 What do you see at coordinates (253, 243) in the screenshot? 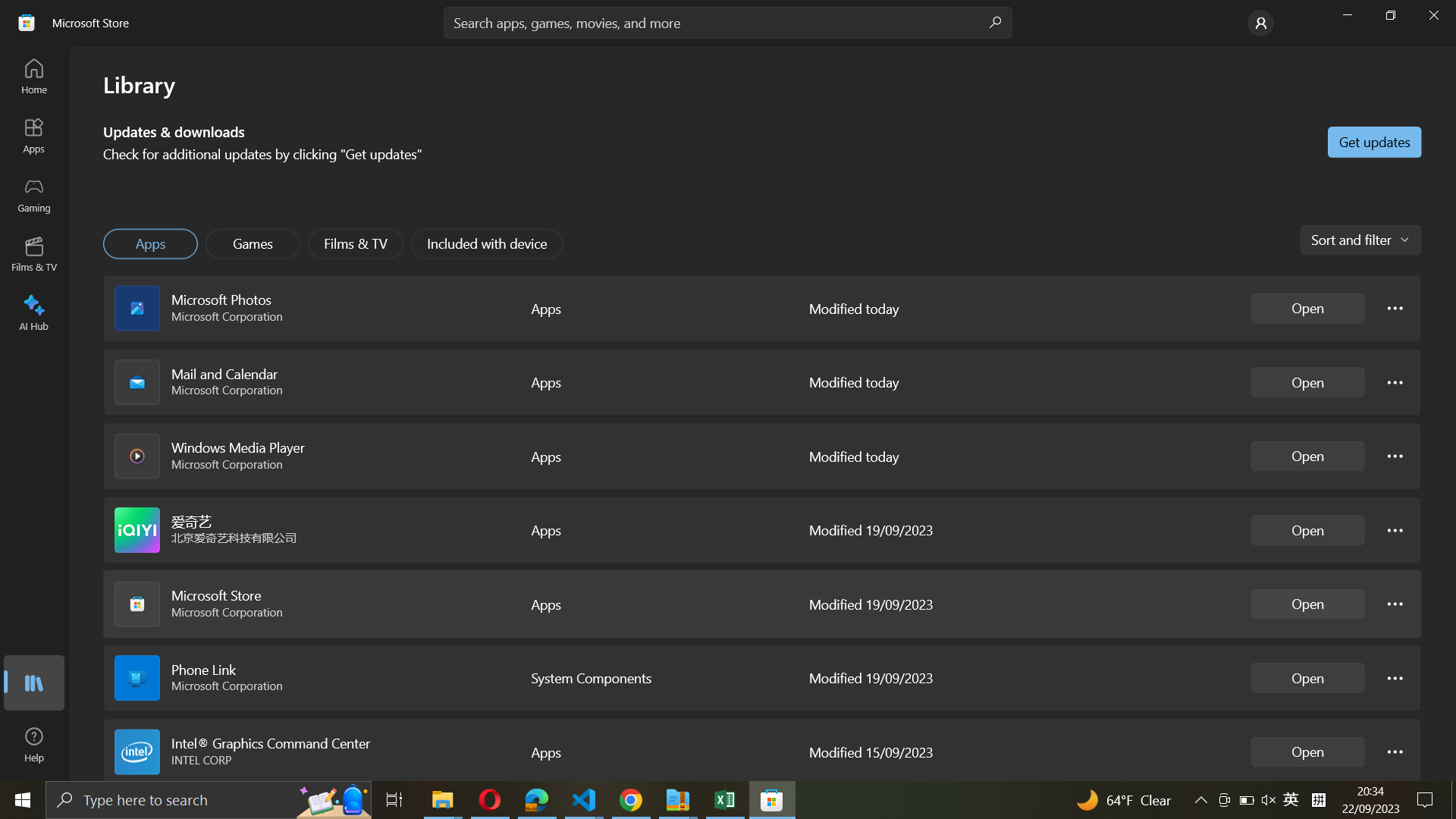
I see `Games` at bounding box center [253, 243].